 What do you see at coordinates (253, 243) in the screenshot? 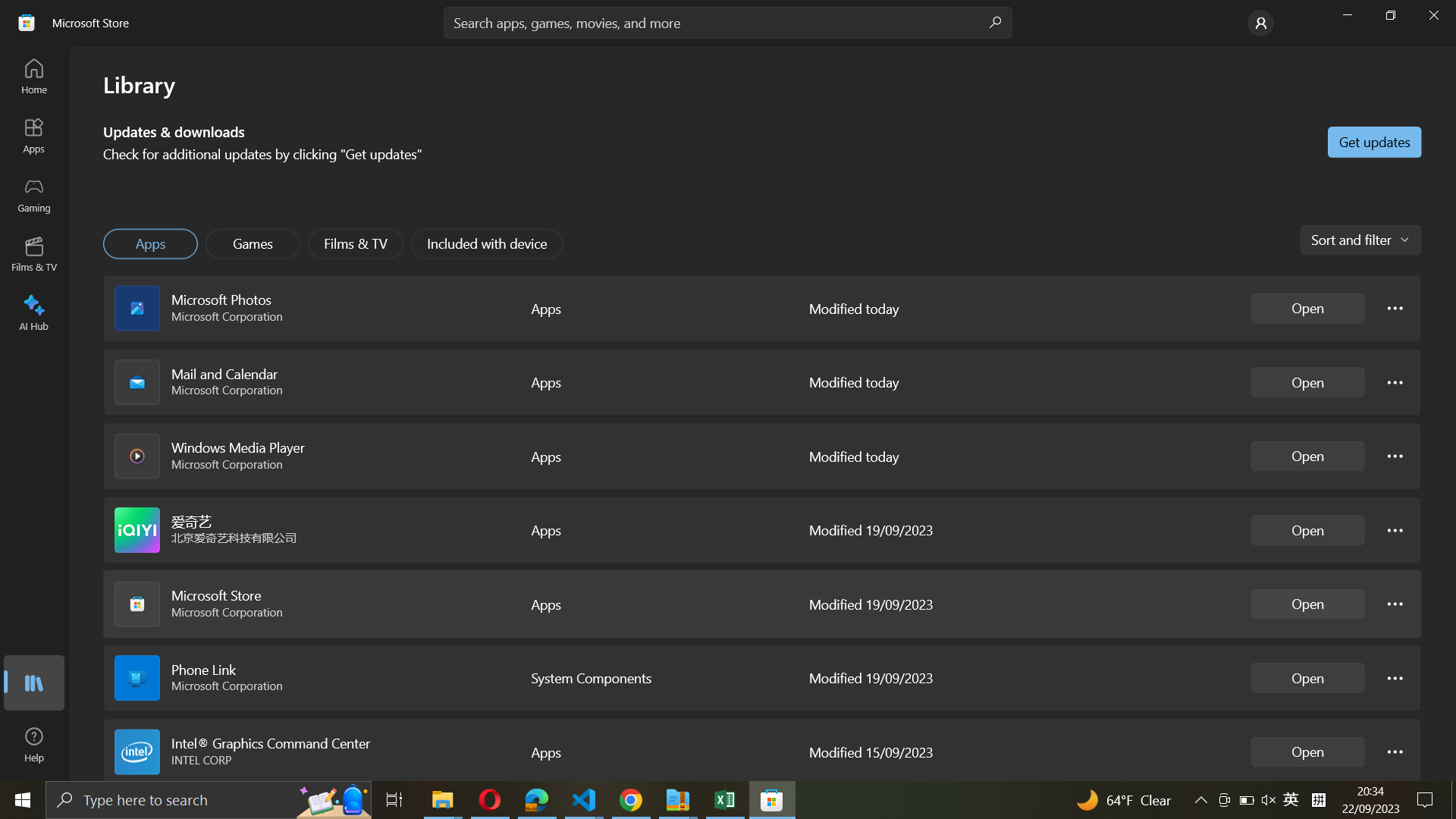
I see `Games` at bounding box center [253, 243].